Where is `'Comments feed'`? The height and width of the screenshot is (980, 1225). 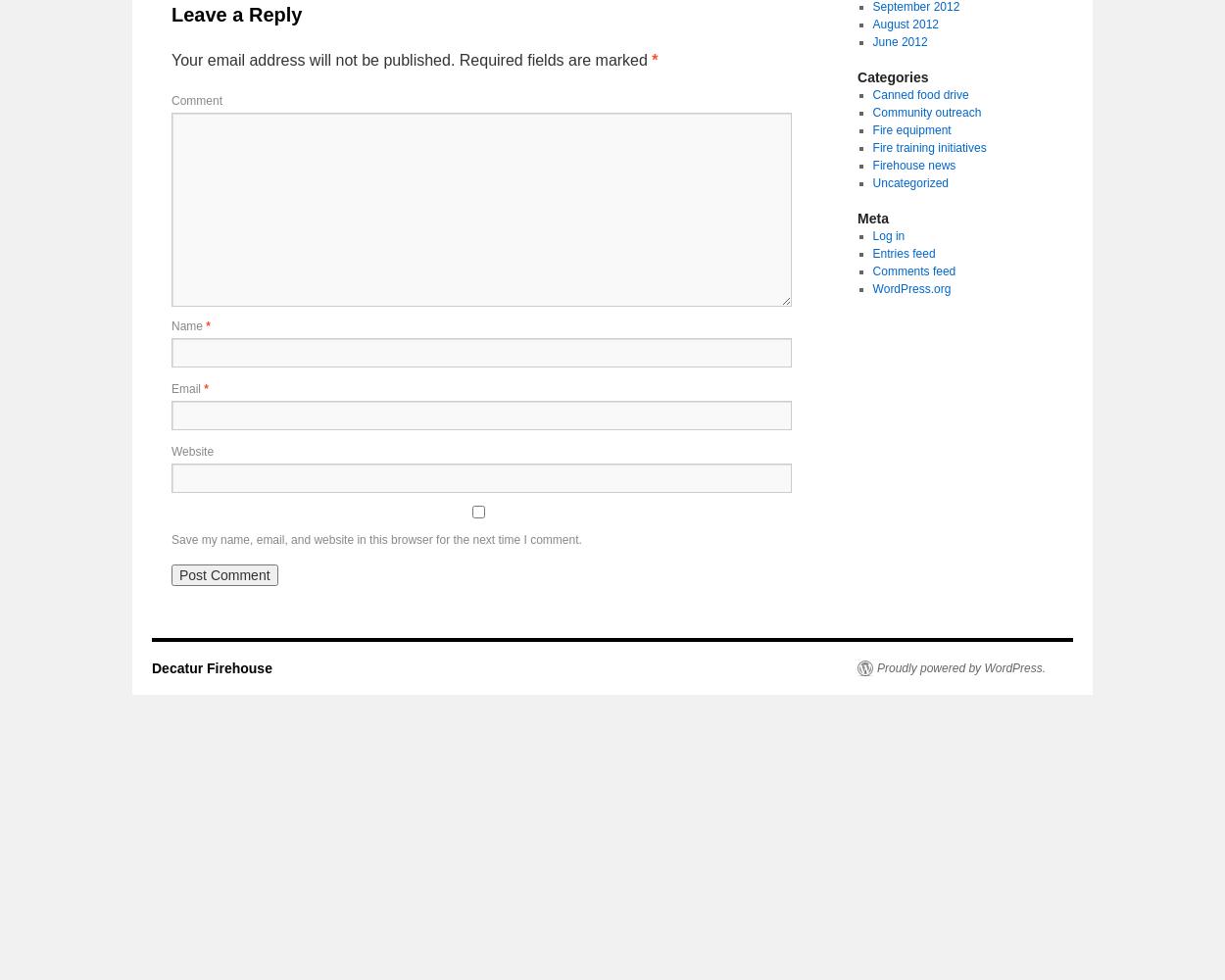
'Comments feed' is located at coordinates (913, 271).